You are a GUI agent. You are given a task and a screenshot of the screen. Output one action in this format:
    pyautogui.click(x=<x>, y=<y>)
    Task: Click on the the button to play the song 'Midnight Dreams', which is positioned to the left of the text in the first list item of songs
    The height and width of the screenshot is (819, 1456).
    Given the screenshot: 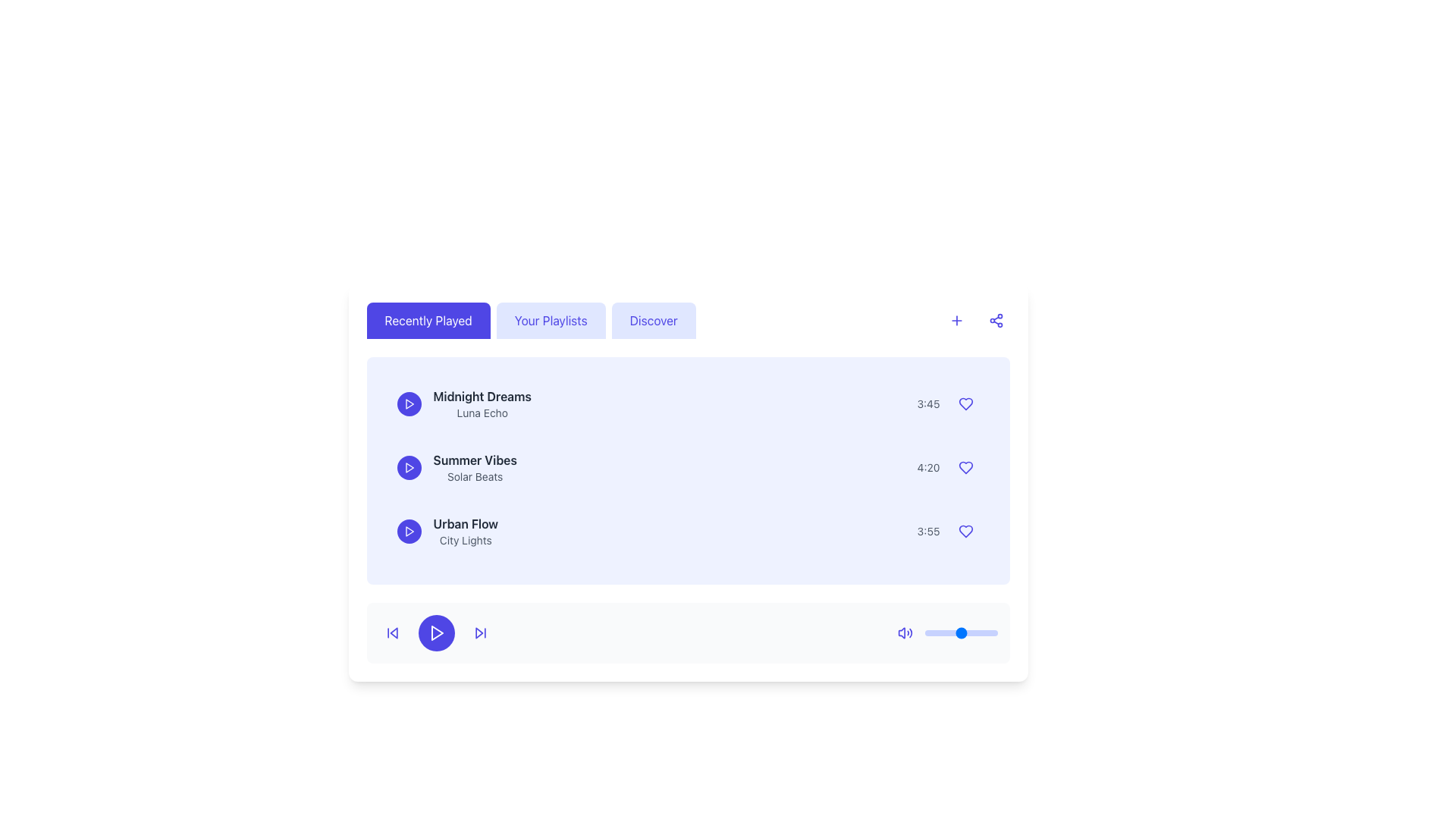 What is the action you would take?
    pyautogui.click(x=409, y=403)
    